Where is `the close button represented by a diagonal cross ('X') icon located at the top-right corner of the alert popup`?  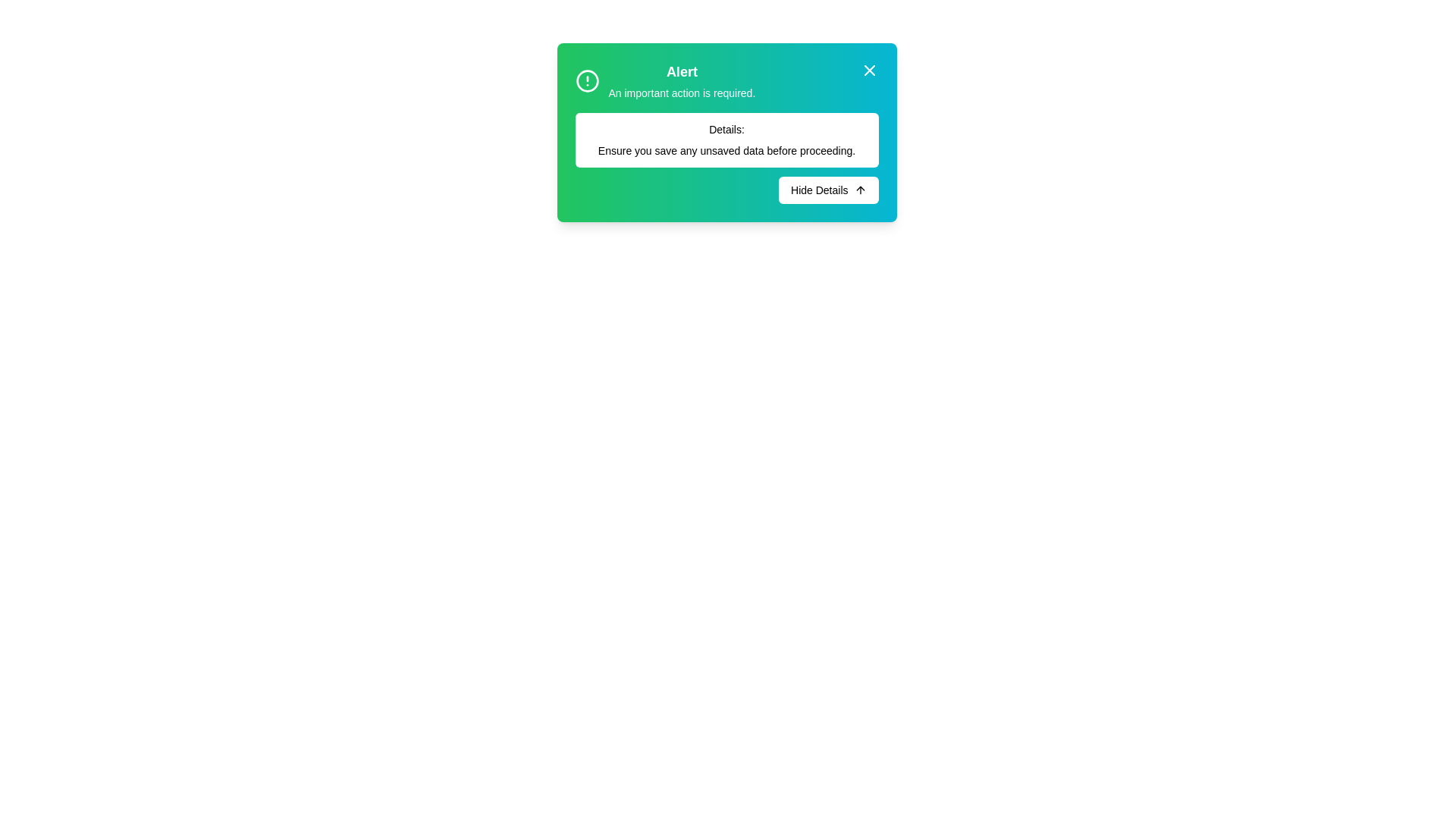
the close button represented by a diagonal cross ('X') icon located at the top-right corner of the alert popup is located at coordinates (869, 70).